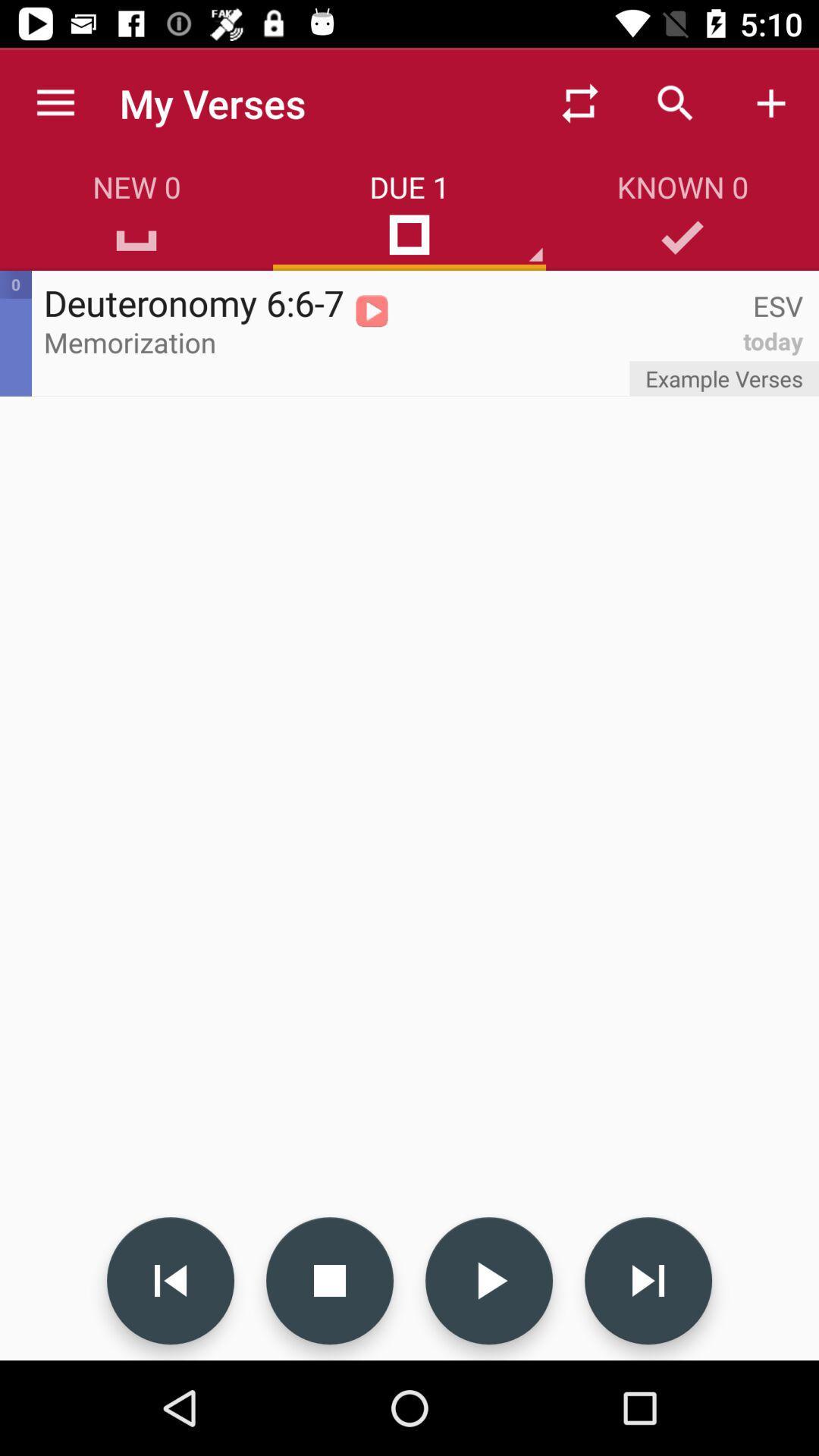 This screenshot has height=1456, width=819. Describe the element at coordinates (55, 102) in the screenshot. I see `the icon to the left of my verses` at that location.